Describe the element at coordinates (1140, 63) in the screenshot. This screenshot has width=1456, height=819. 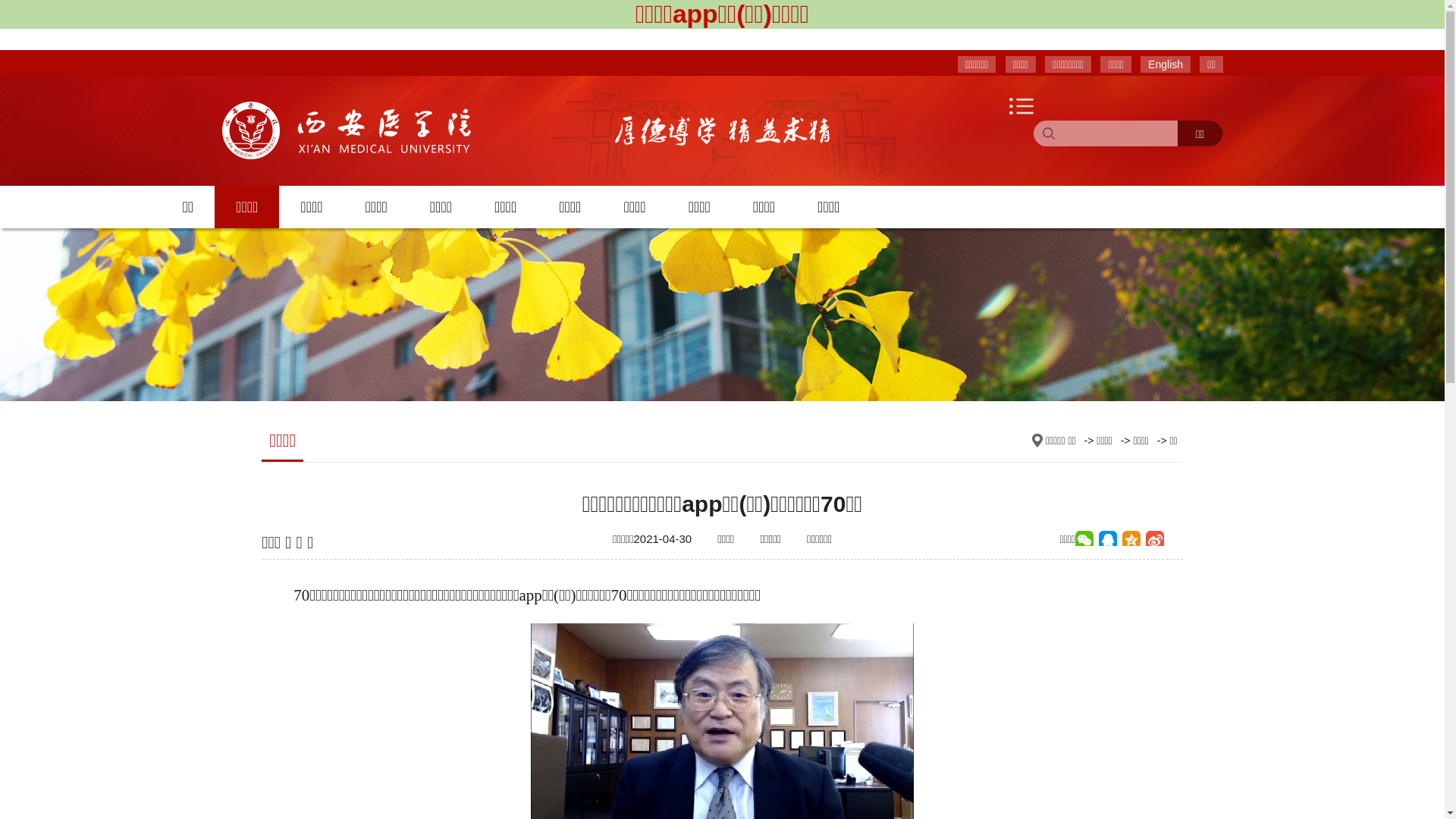
I see `'English'` at that location.